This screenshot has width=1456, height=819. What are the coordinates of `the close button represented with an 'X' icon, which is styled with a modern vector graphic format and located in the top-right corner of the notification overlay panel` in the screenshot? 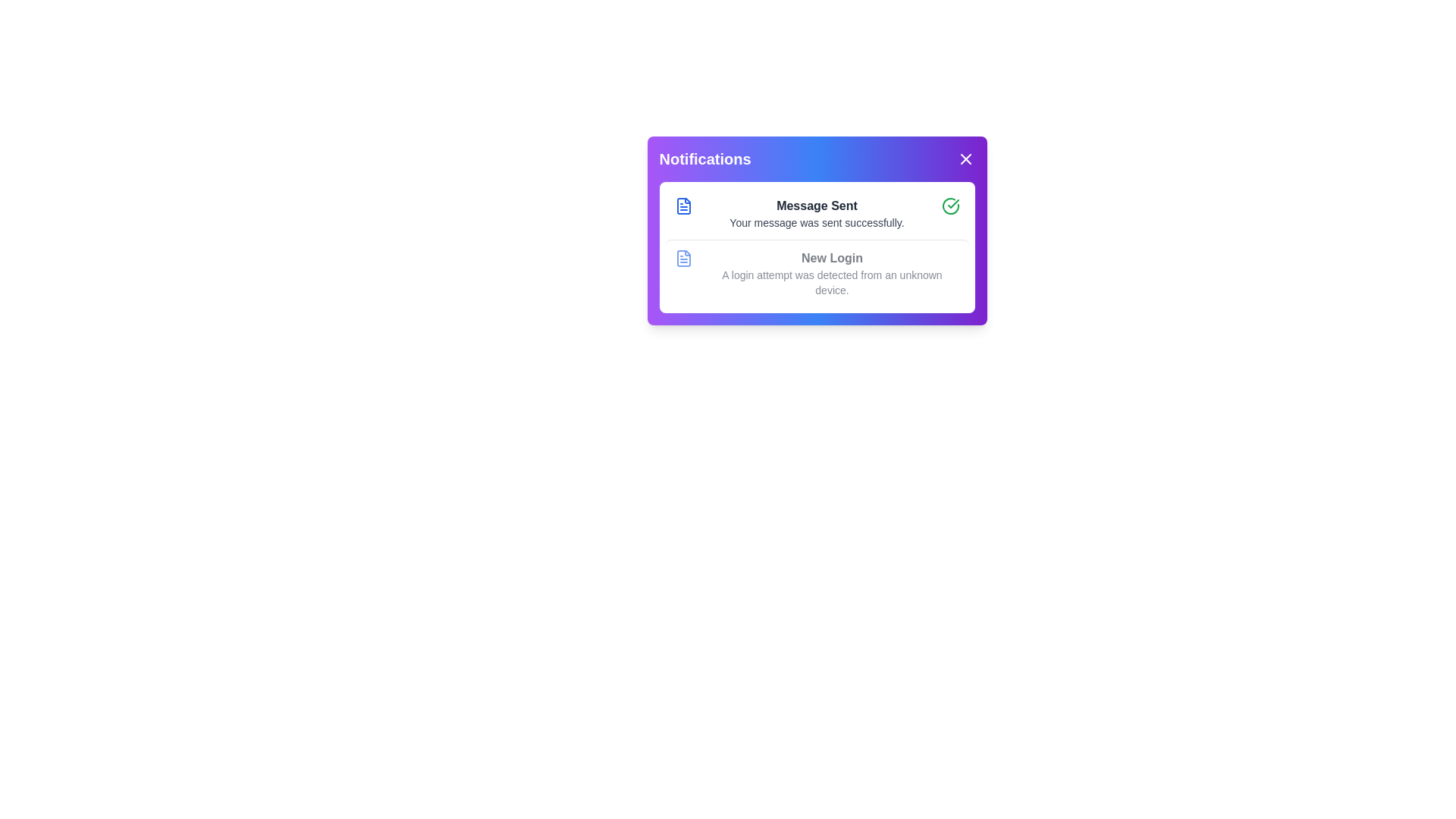 It's located at (965, 158).